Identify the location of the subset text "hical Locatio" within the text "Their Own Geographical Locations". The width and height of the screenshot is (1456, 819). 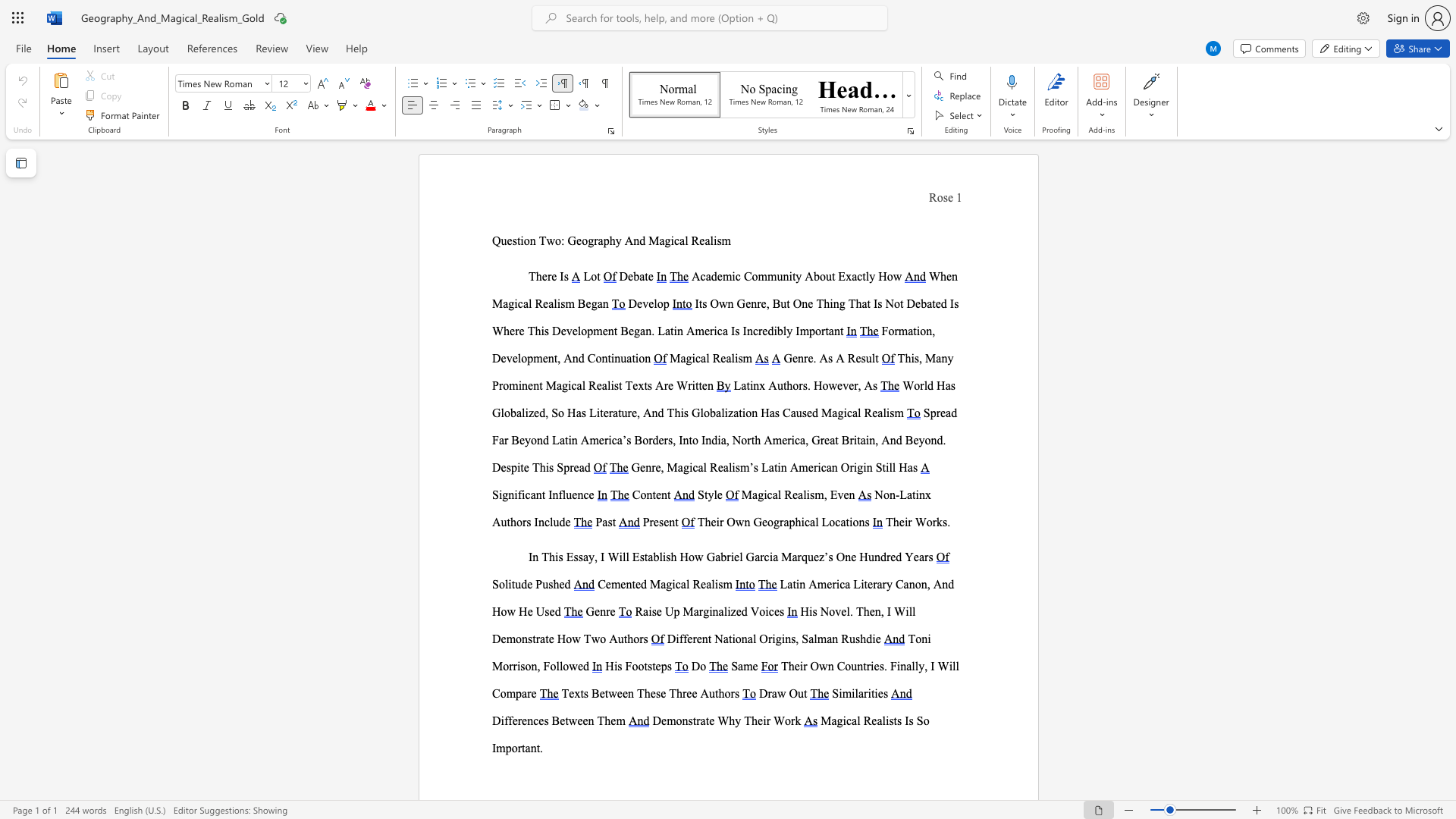
(794, 521).